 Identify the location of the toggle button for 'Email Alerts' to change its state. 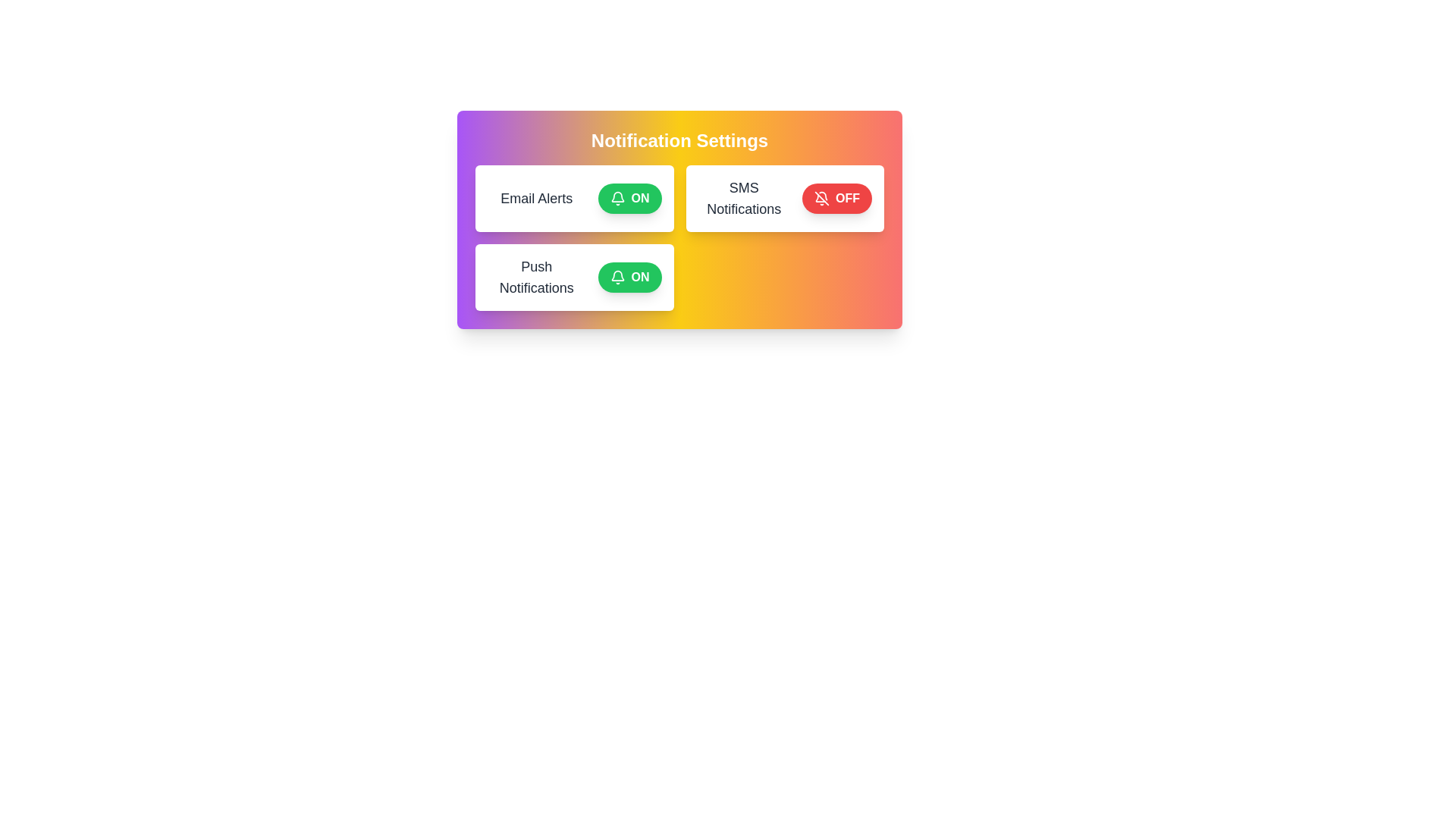
(629, 198).